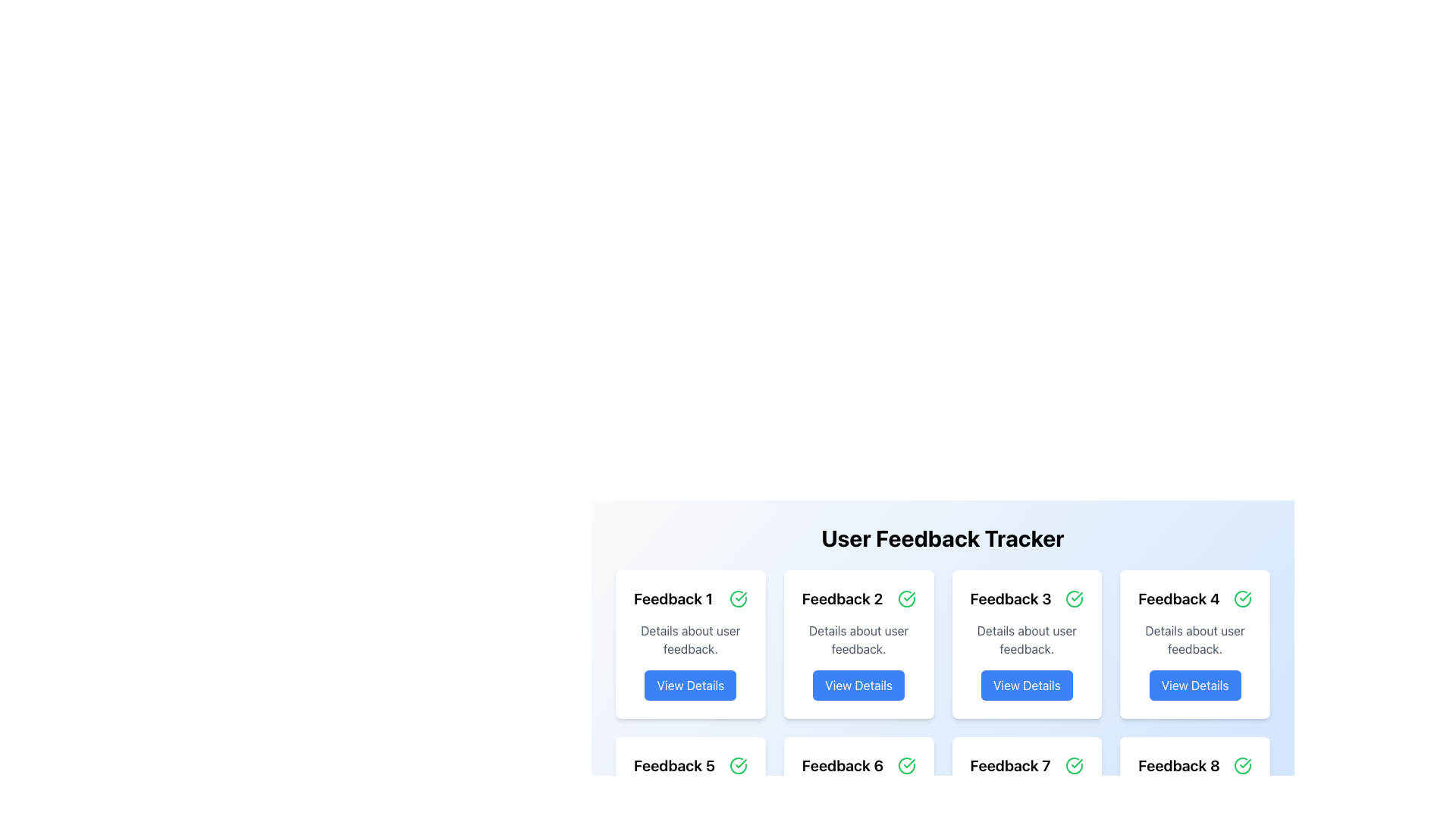  What do you see at coordinates (738, 598) in the screenshot?
I see `the green circular icon component styled as a check mark located in the upper right corner of the card labeled 'Feedback 1'` at bounding box center [738, 598].